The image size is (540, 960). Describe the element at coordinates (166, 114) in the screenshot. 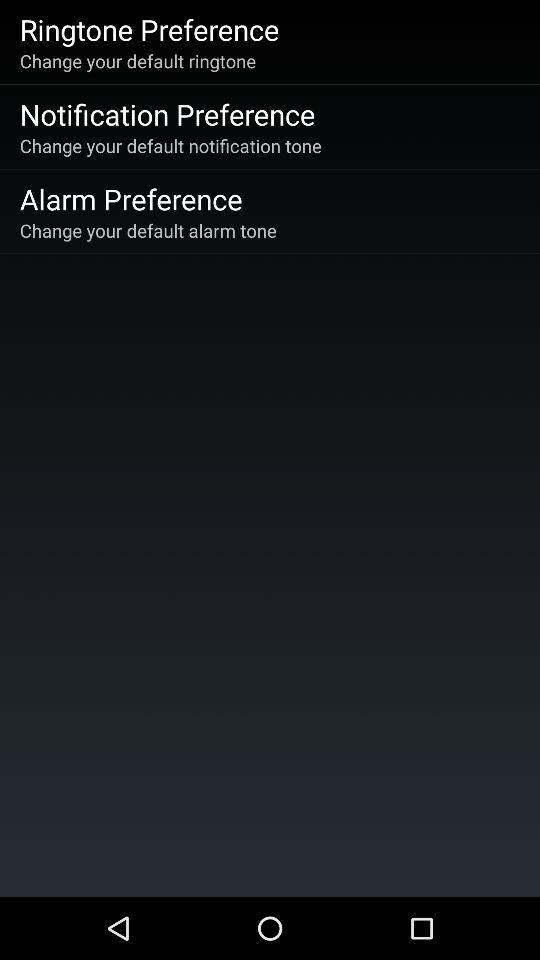

I see `the notification preference` at that location.